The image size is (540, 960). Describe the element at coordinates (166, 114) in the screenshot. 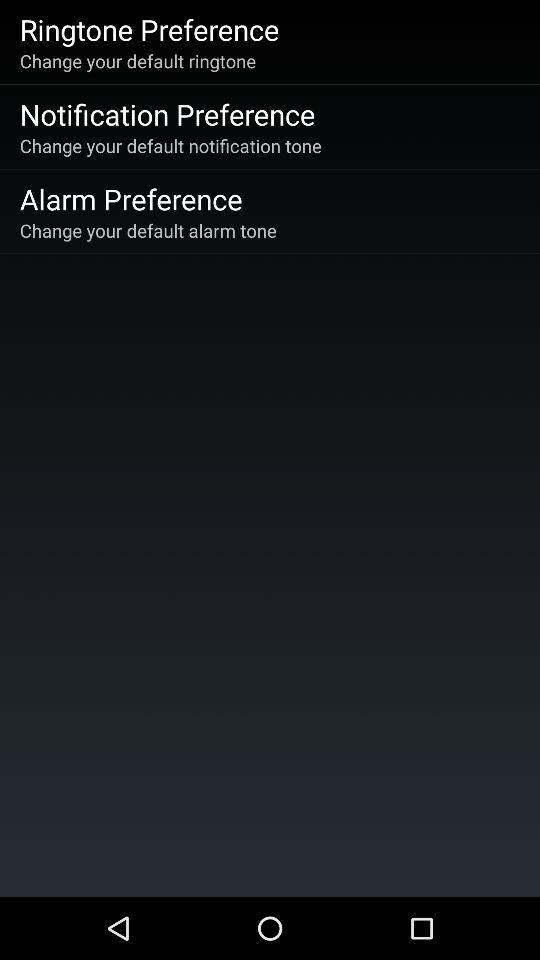

I see `the notification preference` at that location.